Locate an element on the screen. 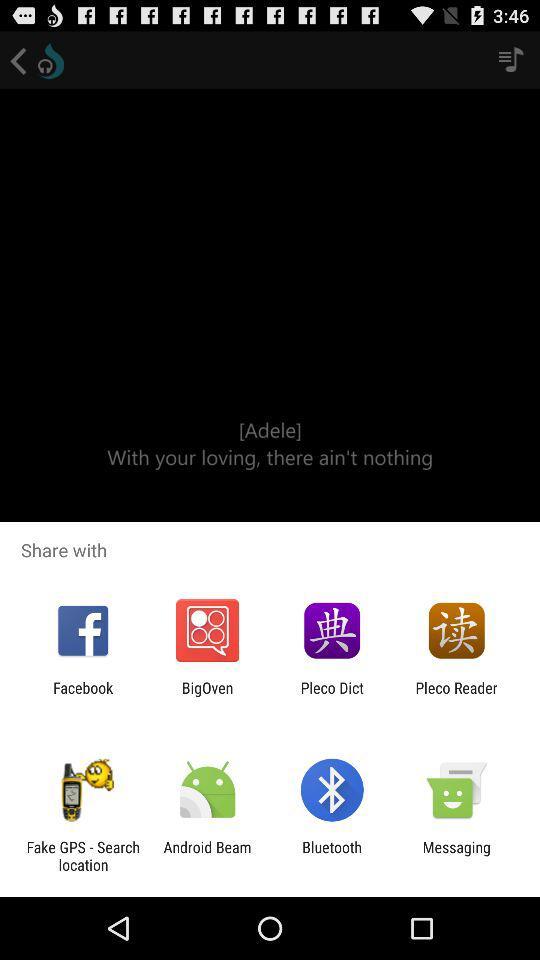 This screenshot has height=960, width=540. the app to the left of android beam is located at coordinates (82, 855).